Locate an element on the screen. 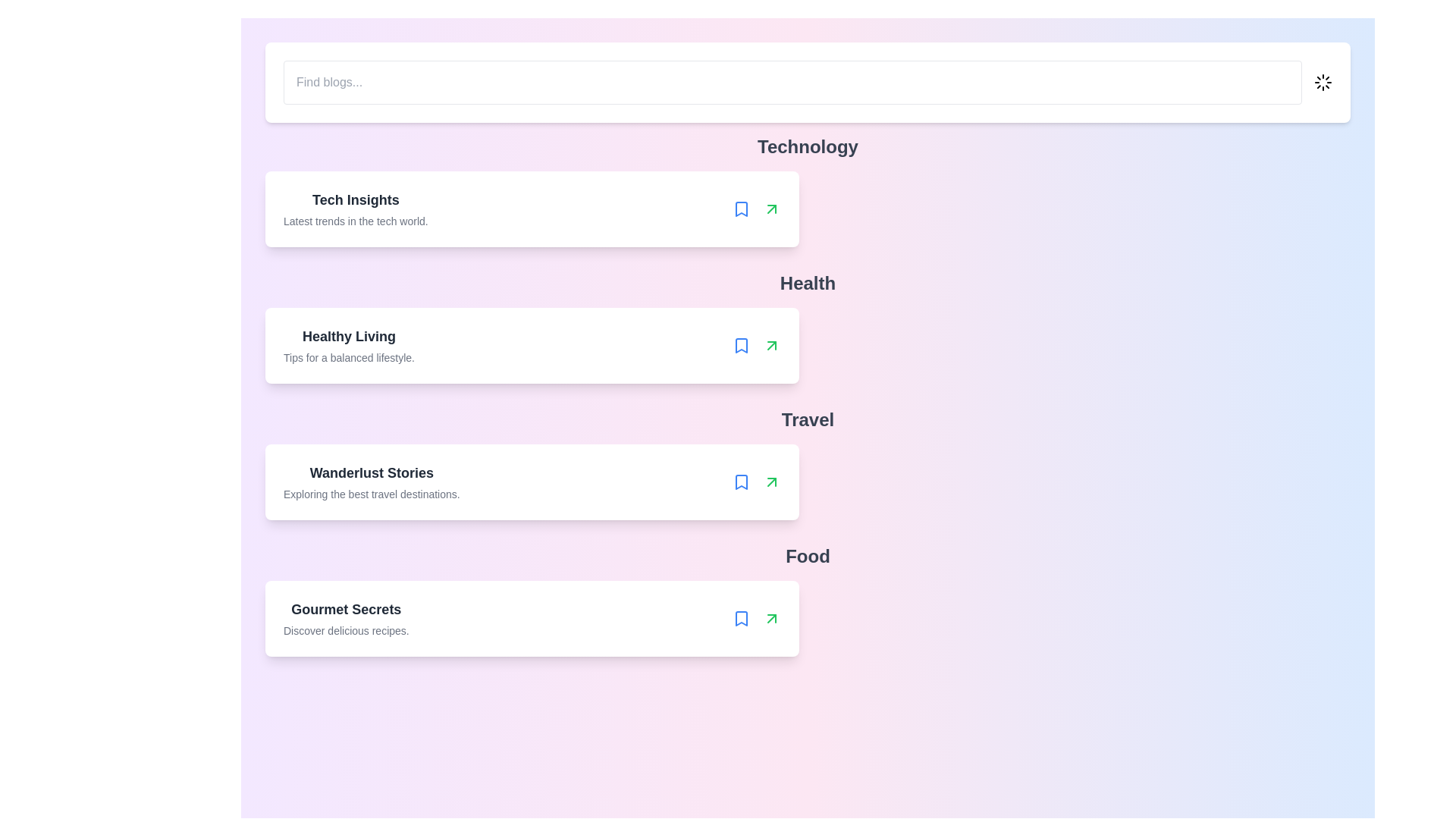 This screenshot has width=1456, height=819. the arrow icon located to the right of the bookmark icon and aligned horizontally with the text 'Tech Insights' is located at coordinates (771, 209).